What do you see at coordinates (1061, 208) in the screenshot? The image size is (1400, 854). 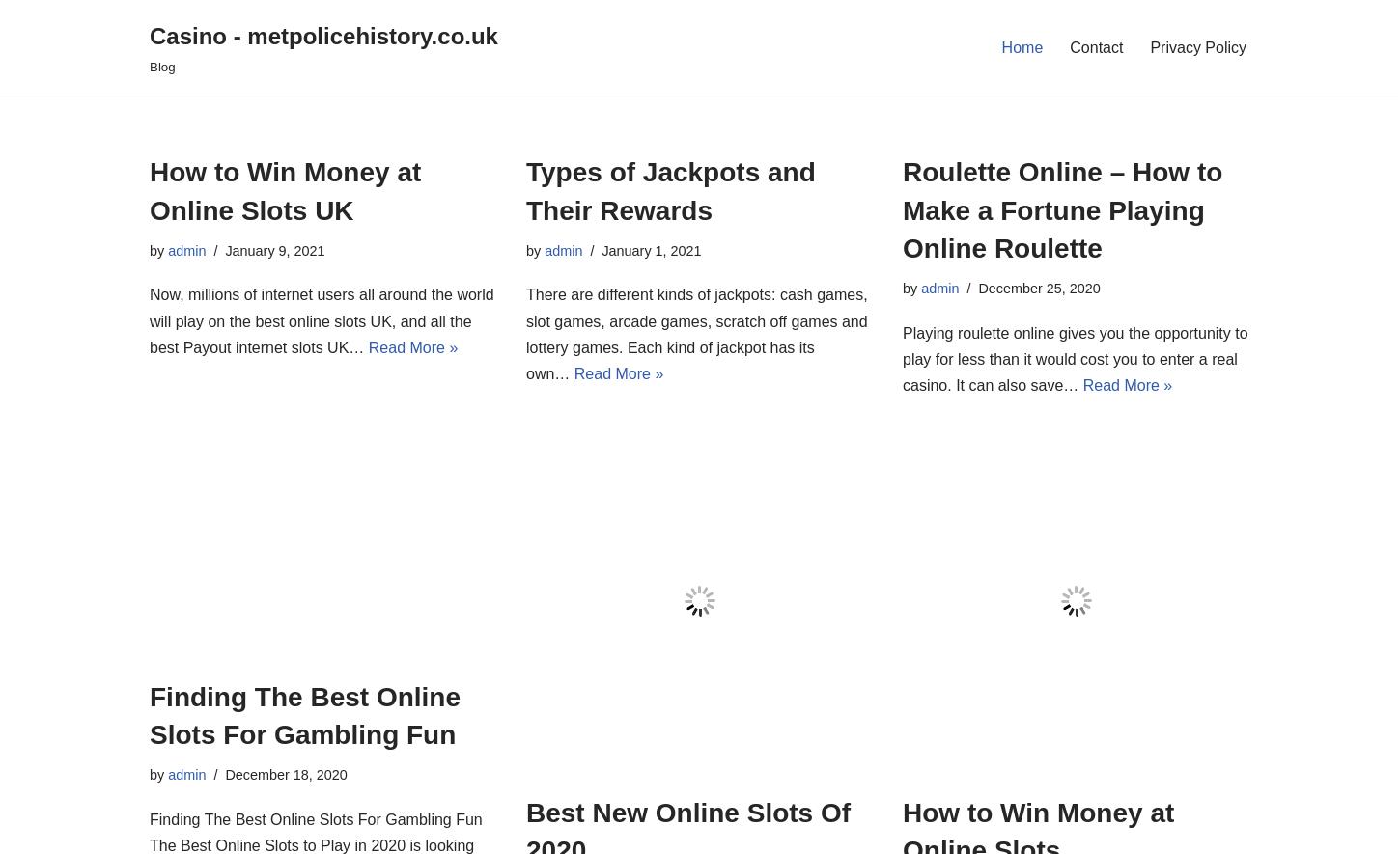 I see `'Roulette Online – How to Make a Fortune Playing Online Roulette'` at bounding box center [1061, 208].